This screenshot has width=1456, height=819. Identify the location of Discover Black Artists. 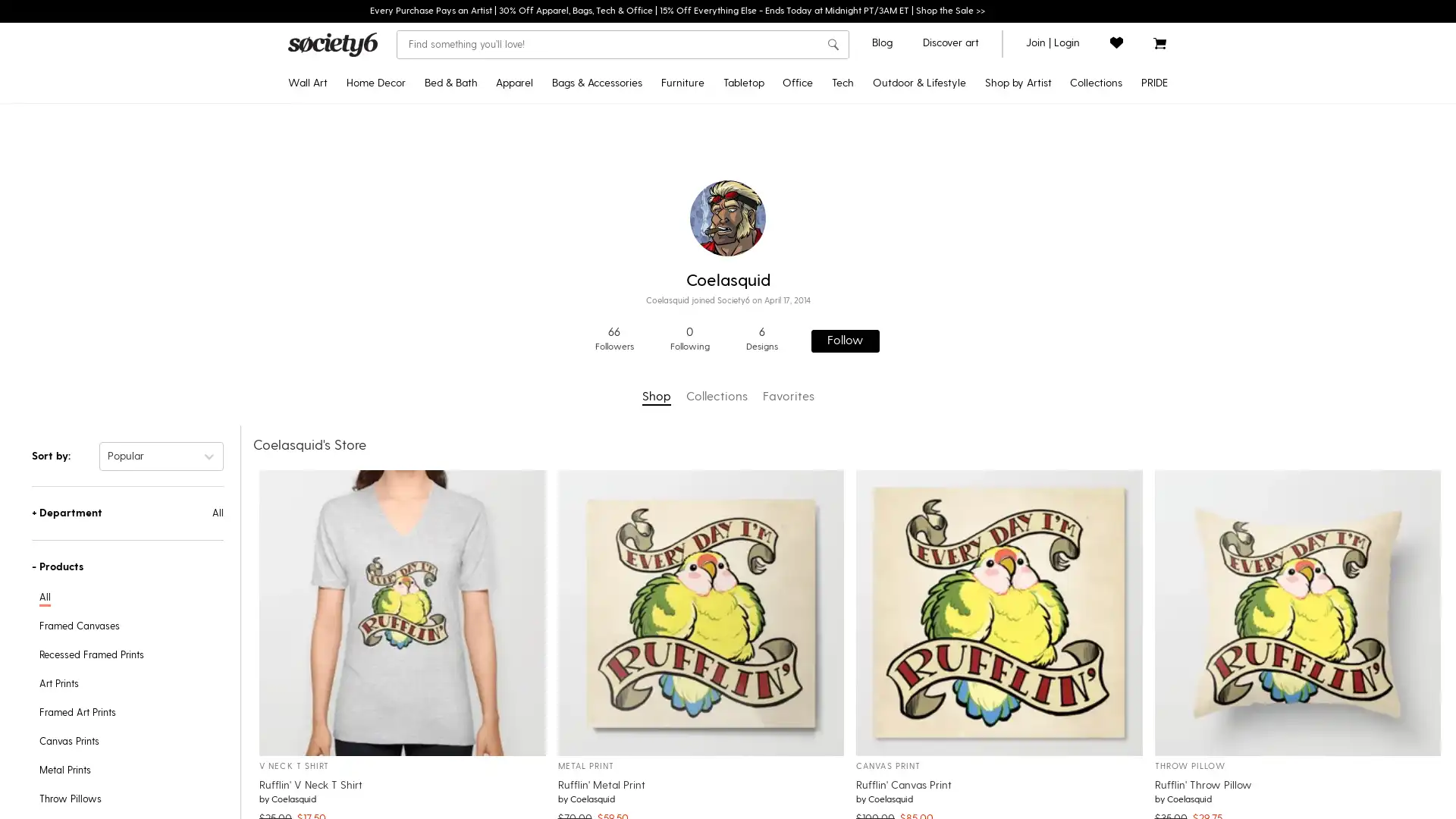
(977, 194).